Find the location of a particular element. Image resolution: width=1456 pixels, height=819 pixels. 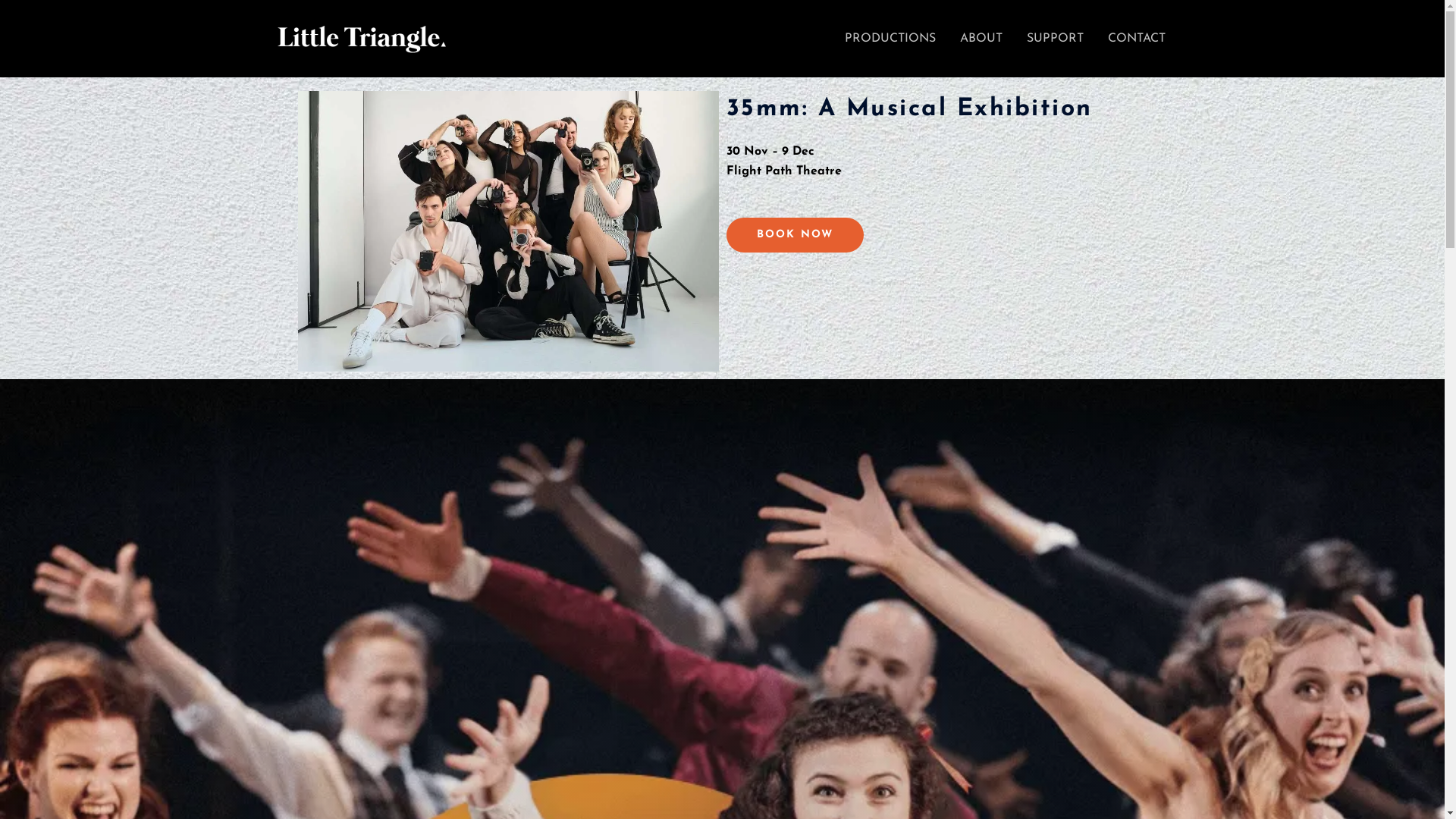

'BOOK NOW' is located at coordinates (726, 234).